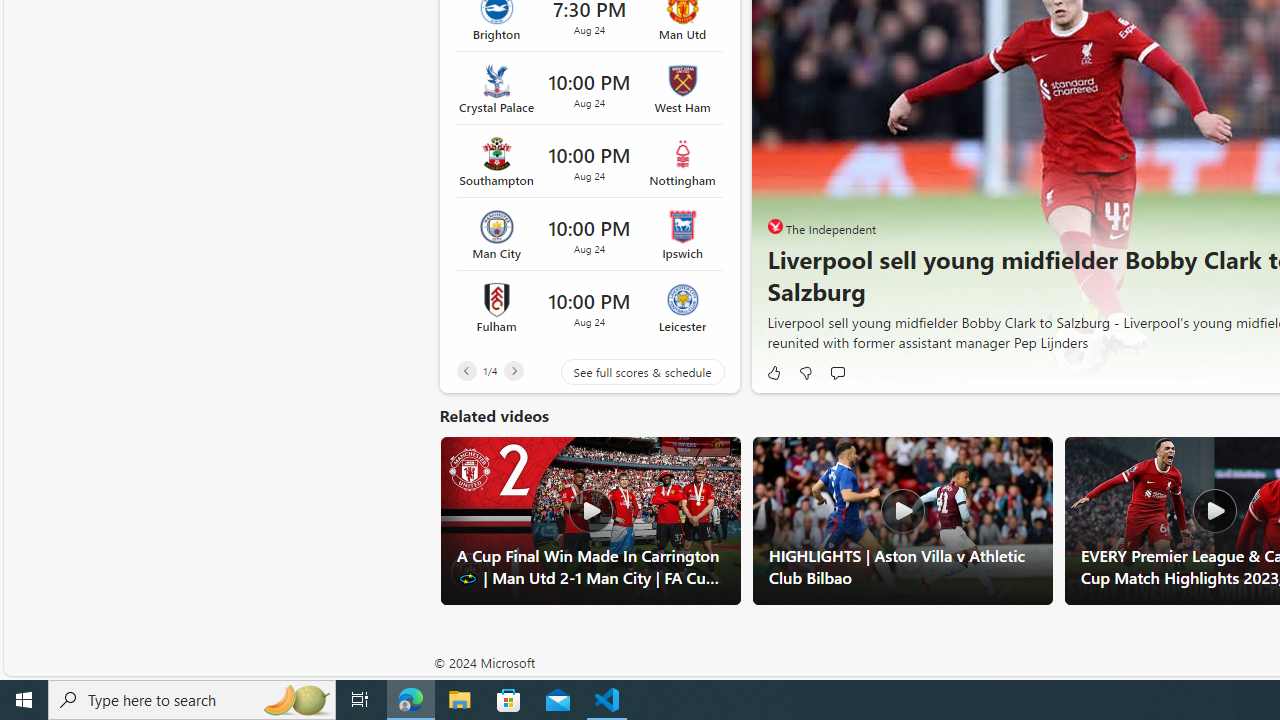 This screenshot has height=720, width=1280. Describe the element at coordinates (588, 307) in the screenshot. I see `'Fulham vs Leicester Time 10:00 PM Date Aug 24'` at that location.